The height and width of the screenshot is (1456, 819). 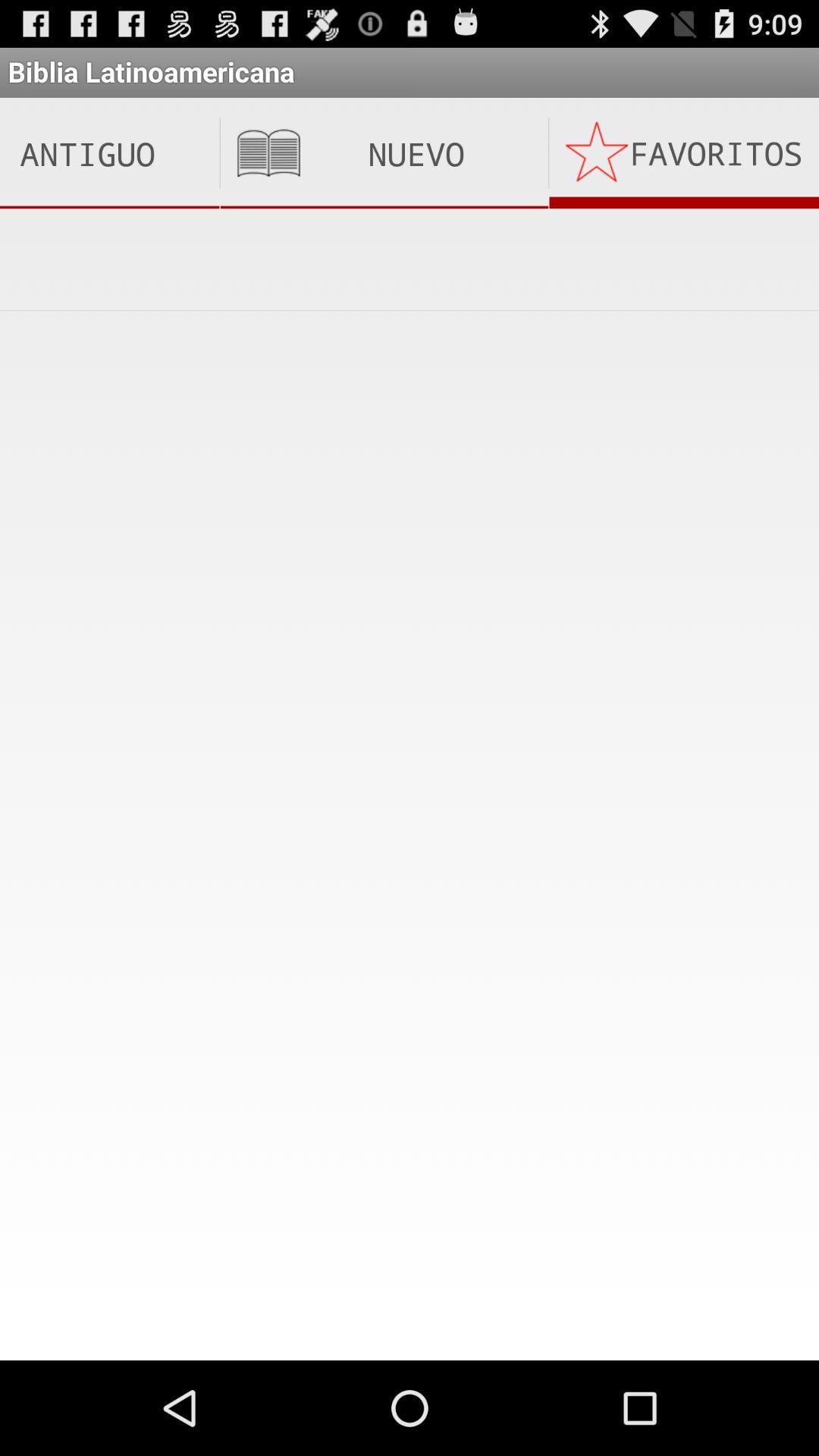 What do you see at coordinates (383, 153) in the screenshot?
I see `the nuevo testamento item` at bounding box center [383, 153].